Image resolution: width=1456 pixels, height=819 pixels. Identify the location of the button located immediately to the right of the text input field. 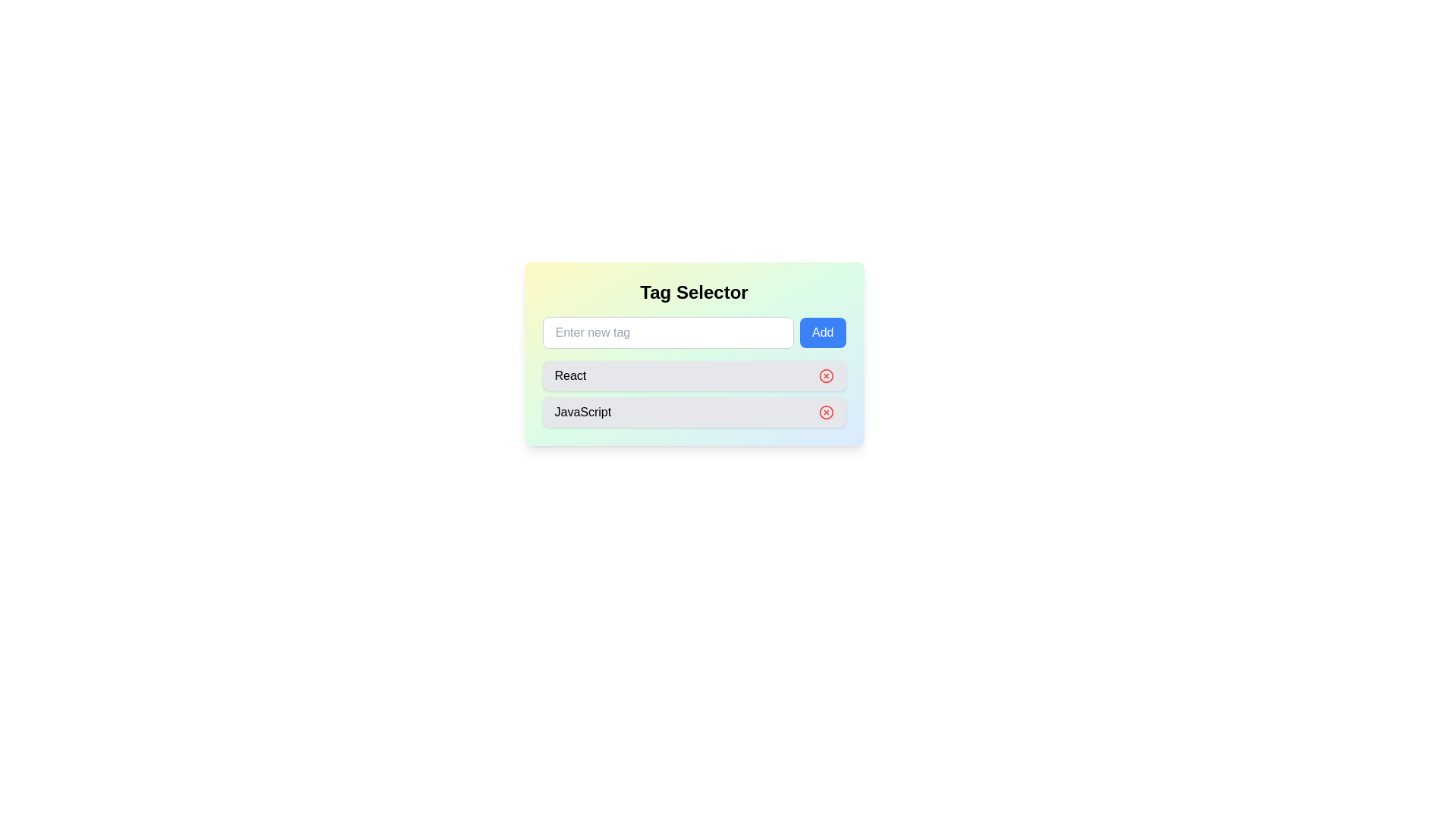
(822, 332).